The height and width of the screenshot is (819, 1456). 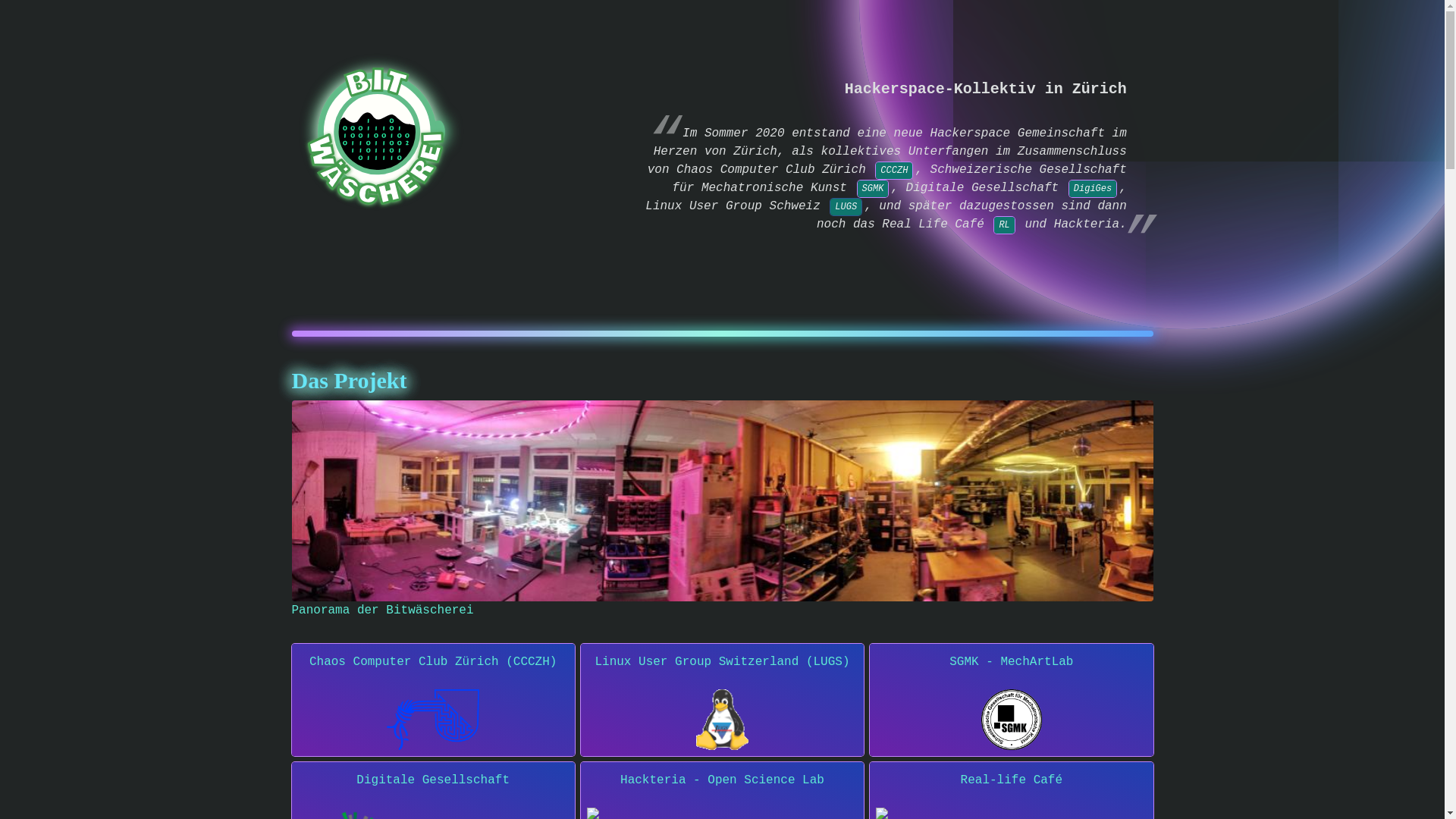 What do you see at coordinates (1011, 699) in the screenshot?
I see `'SGMK - MechArtLab'` at bounding box center [1011, 699].